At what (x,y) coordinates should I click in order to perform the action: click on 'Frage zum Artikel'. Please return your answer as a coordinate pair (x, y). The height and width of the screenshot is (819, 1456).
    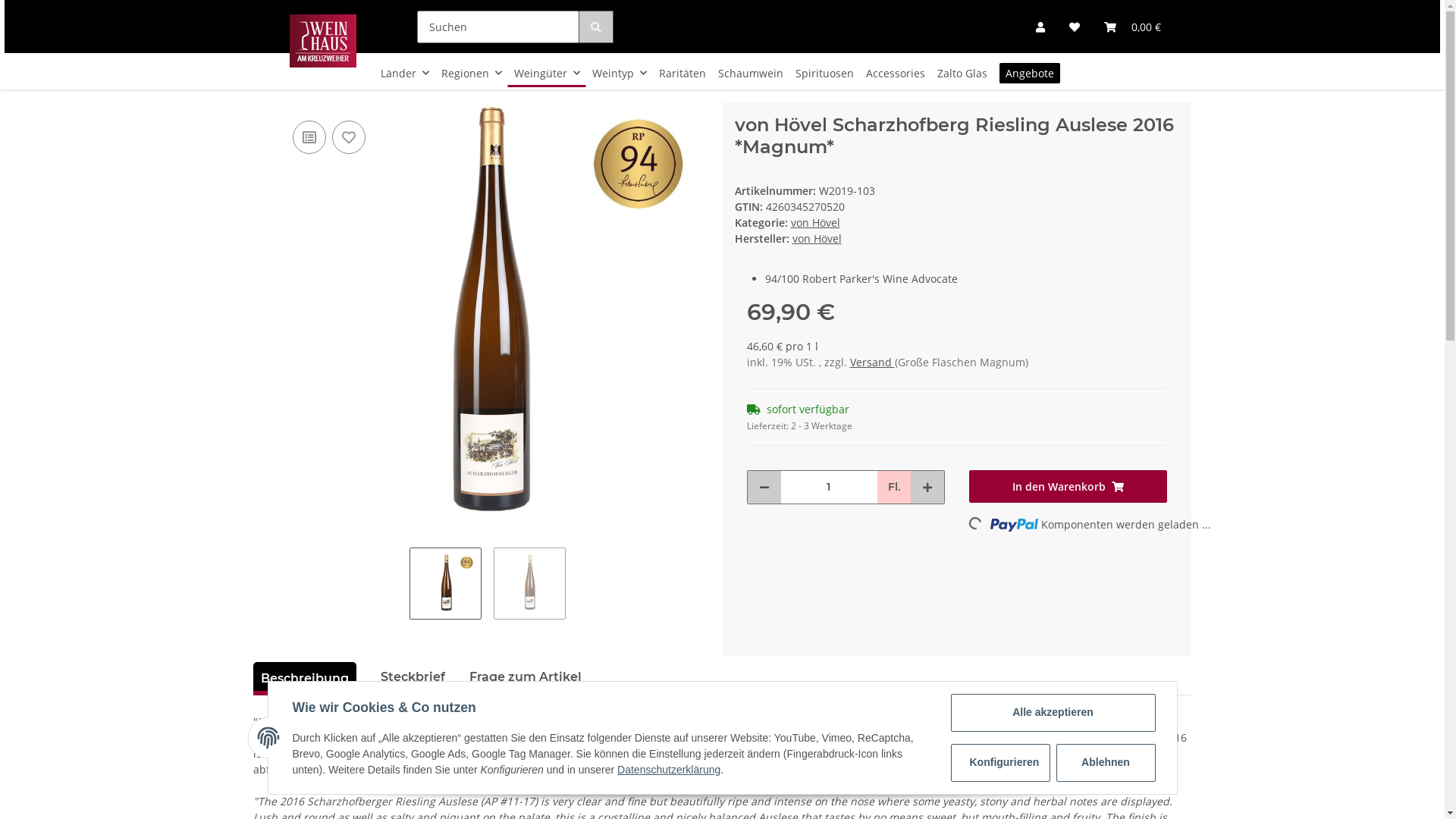
    Looking at the image, I should click on (525, 676).